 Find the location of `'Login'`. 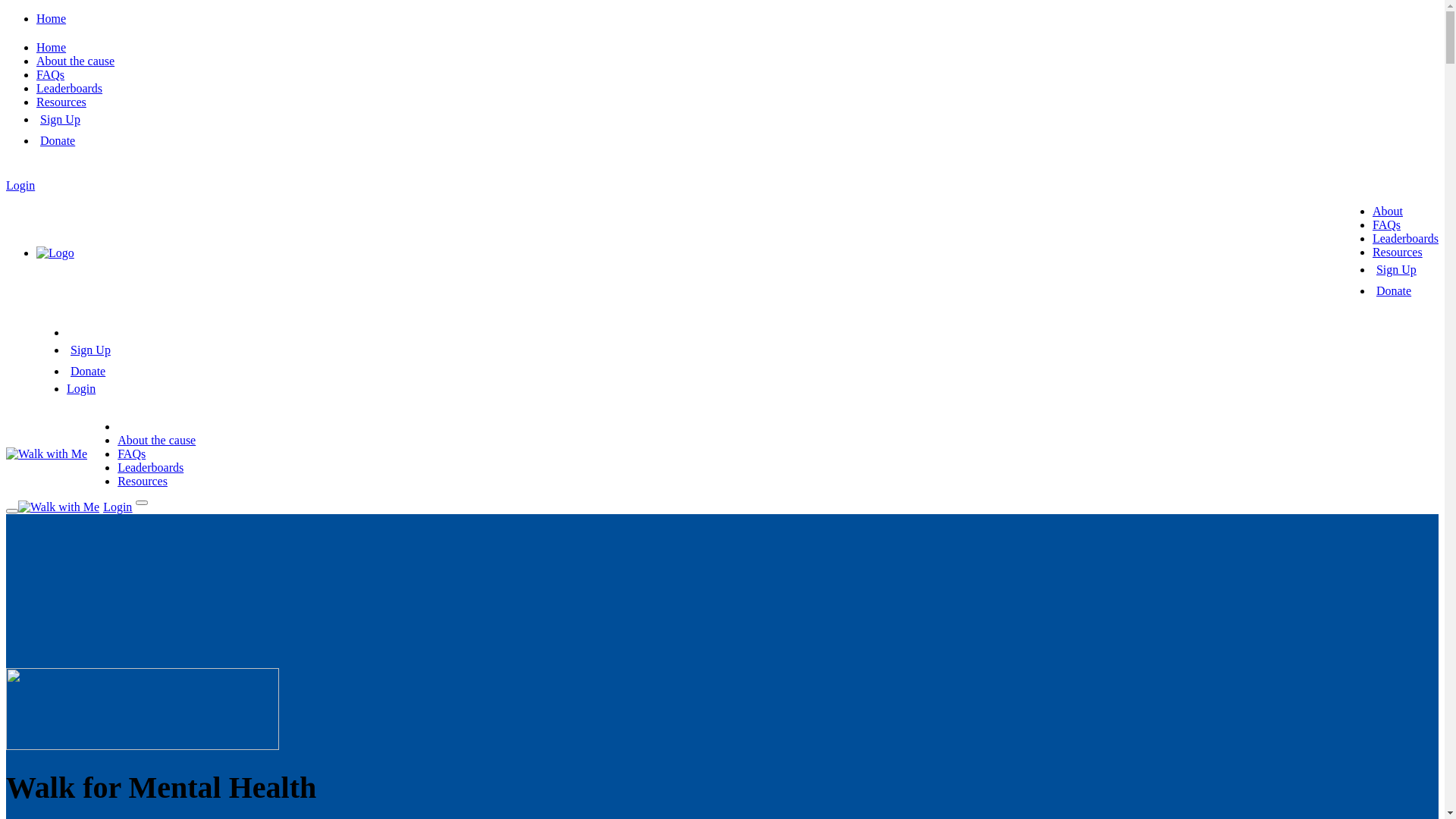

'Login' is located at coordinates (20, 184).